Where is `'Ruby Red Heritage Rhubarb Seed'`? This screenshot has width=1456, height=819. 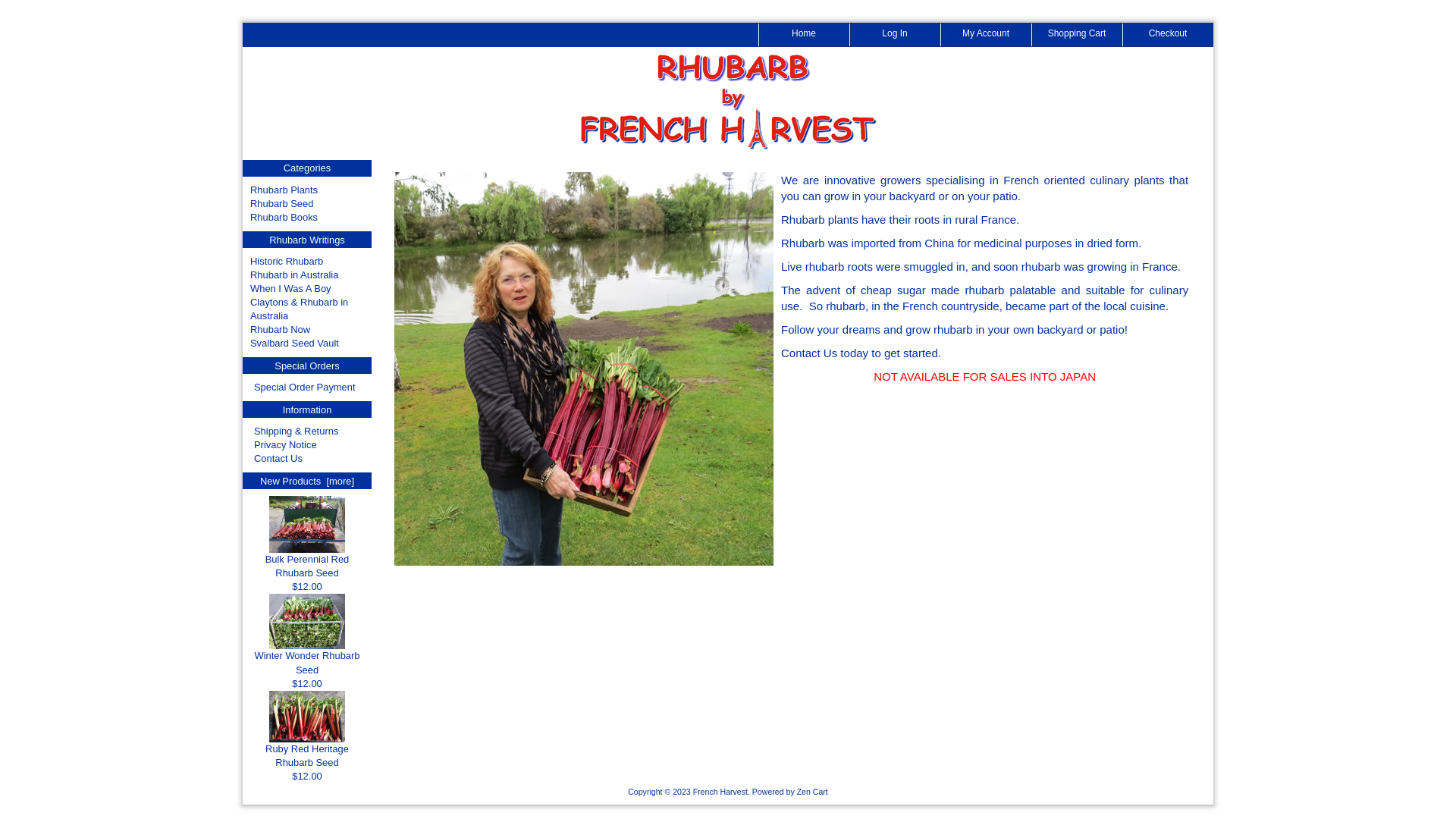
'Ruby Red Heritage Rhubarb Seed' is located at coordinates (306, 717).